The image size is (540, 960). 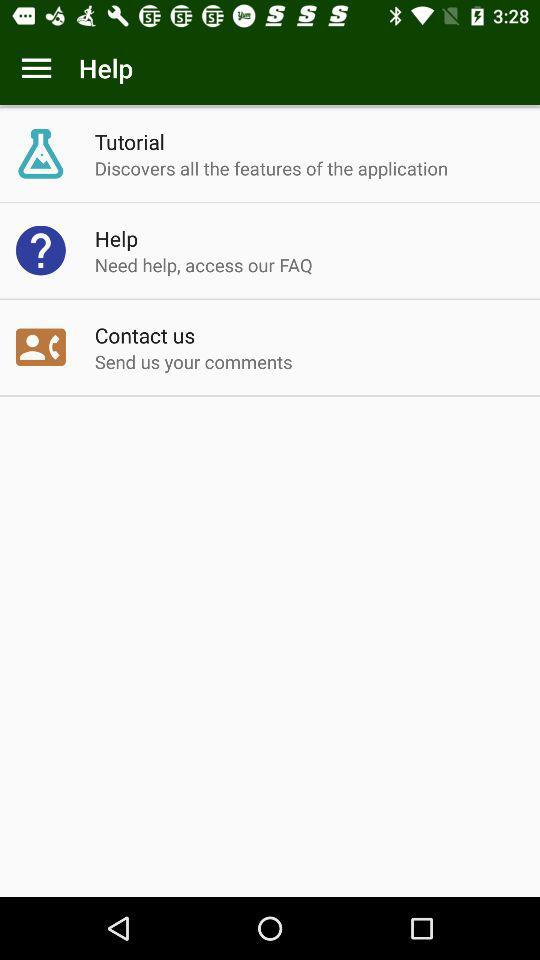 I want to click on the app next to the help item, so click(x=36, y=68).